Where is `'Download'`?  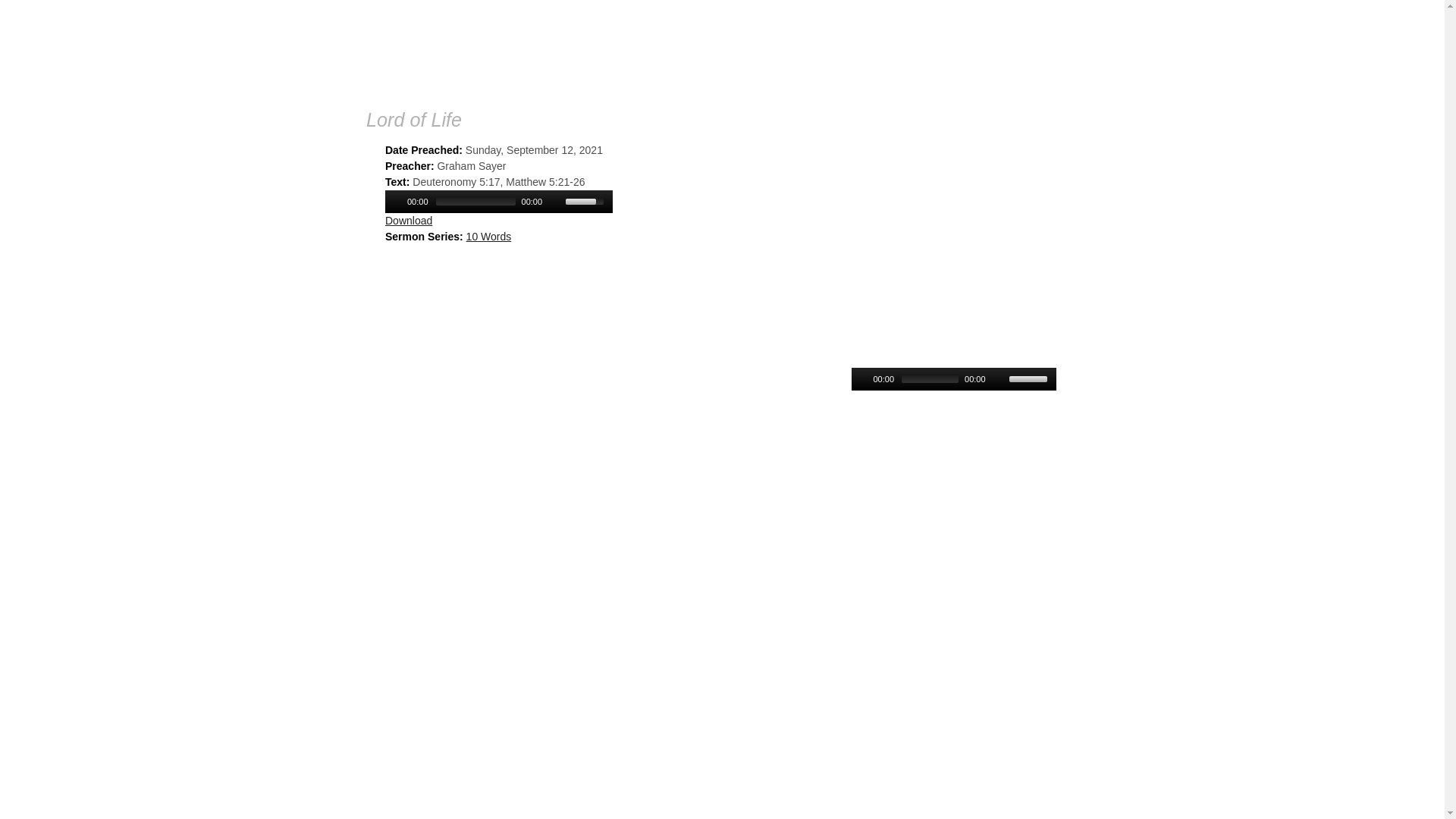 'Download' is located at coordinates (385, 220).